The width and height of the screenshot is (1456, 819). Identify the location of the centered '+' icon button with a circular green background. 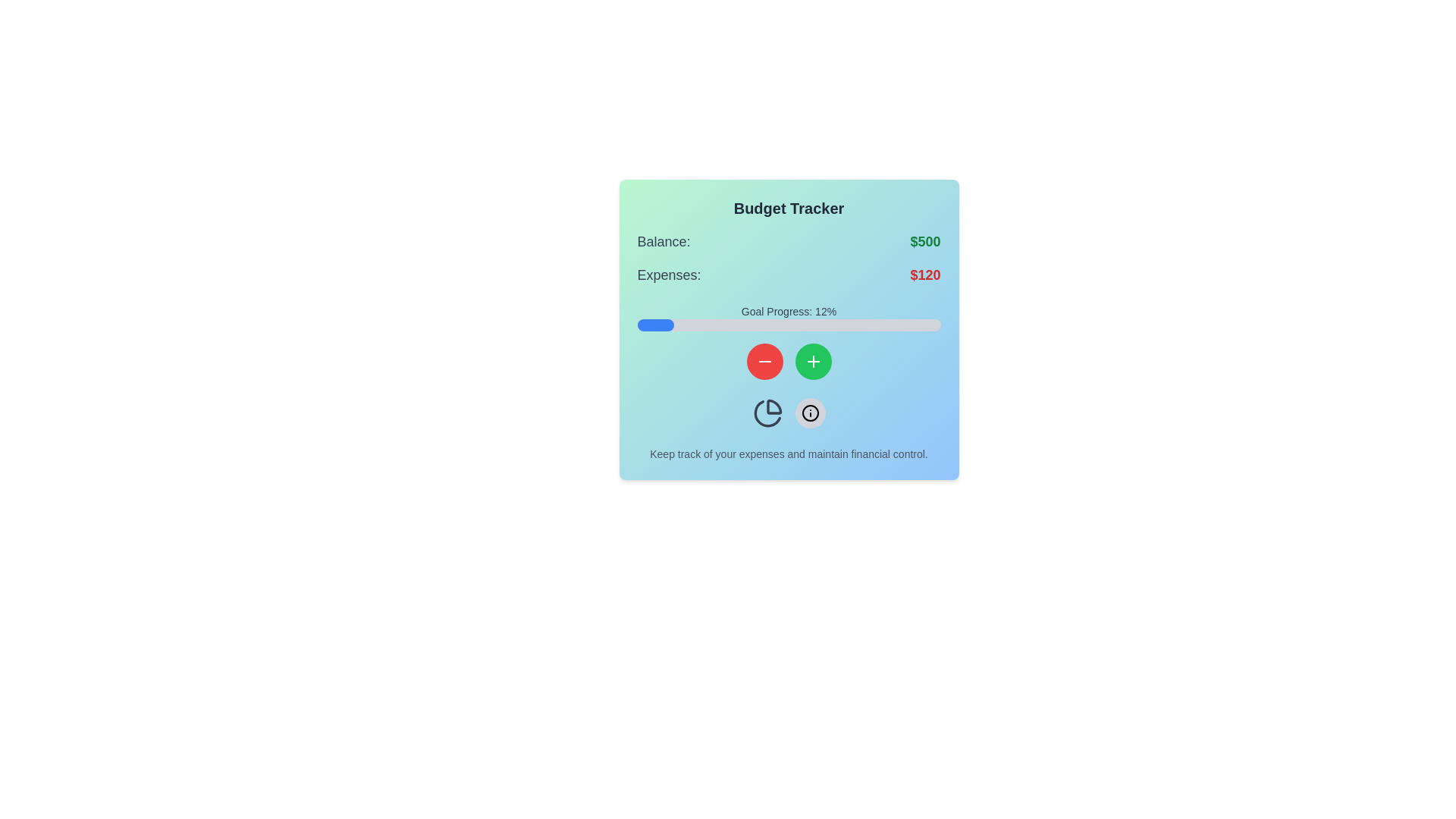
(812, 362).